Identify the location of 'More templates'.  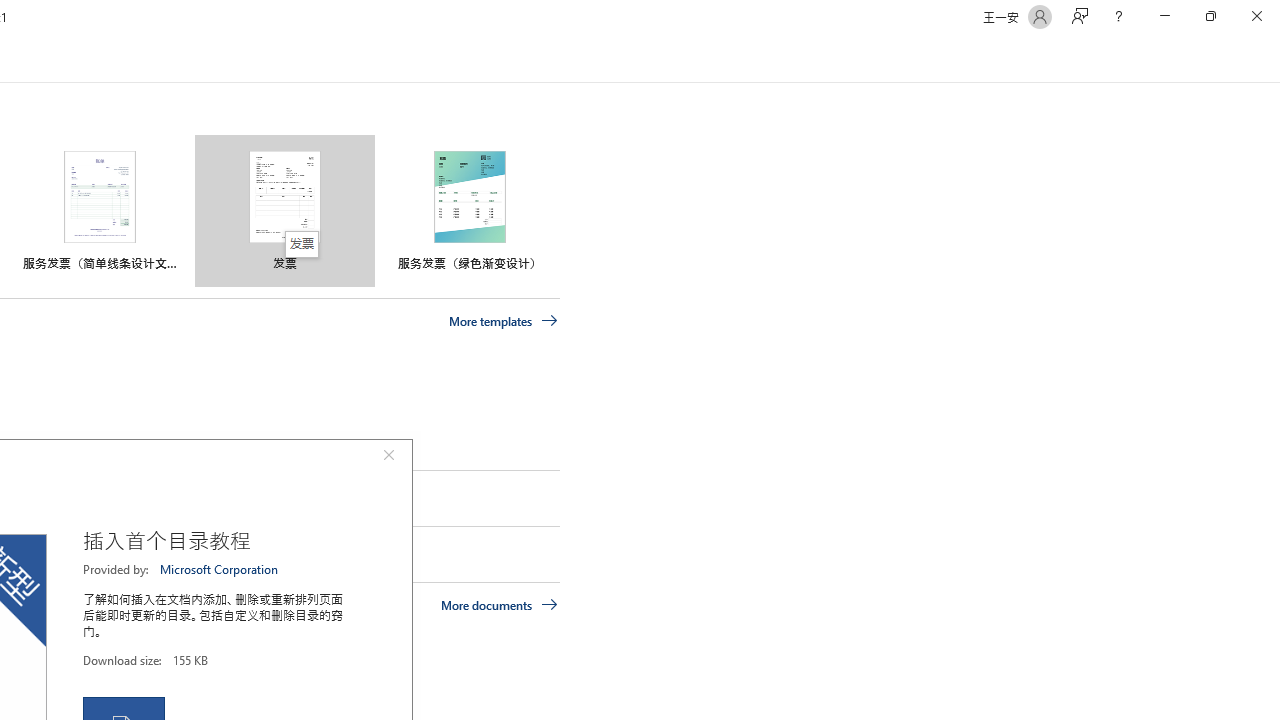
(503, 320).